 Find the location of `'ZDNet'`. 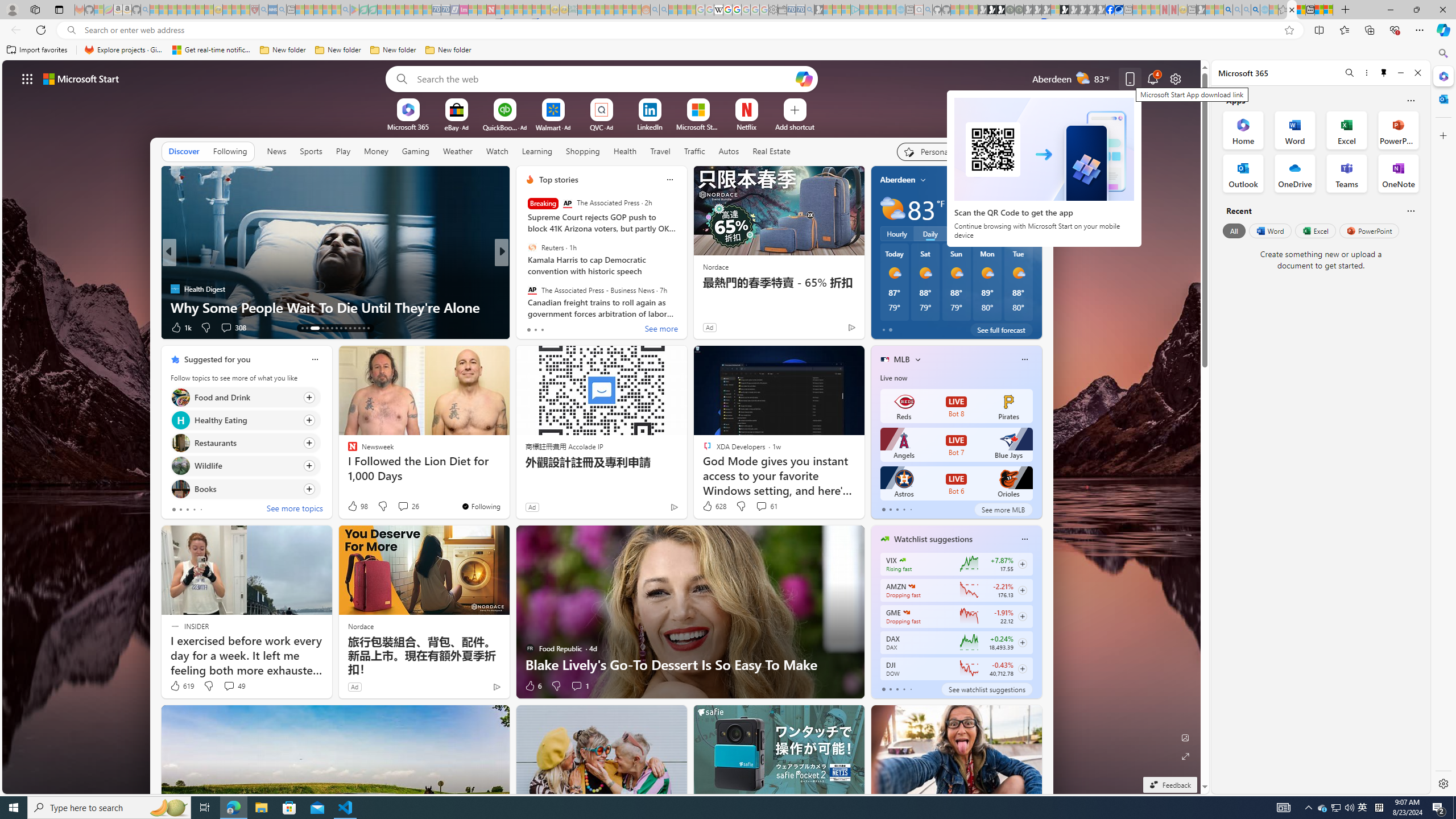

'ZDNet' is located at coordinates (524, 270).